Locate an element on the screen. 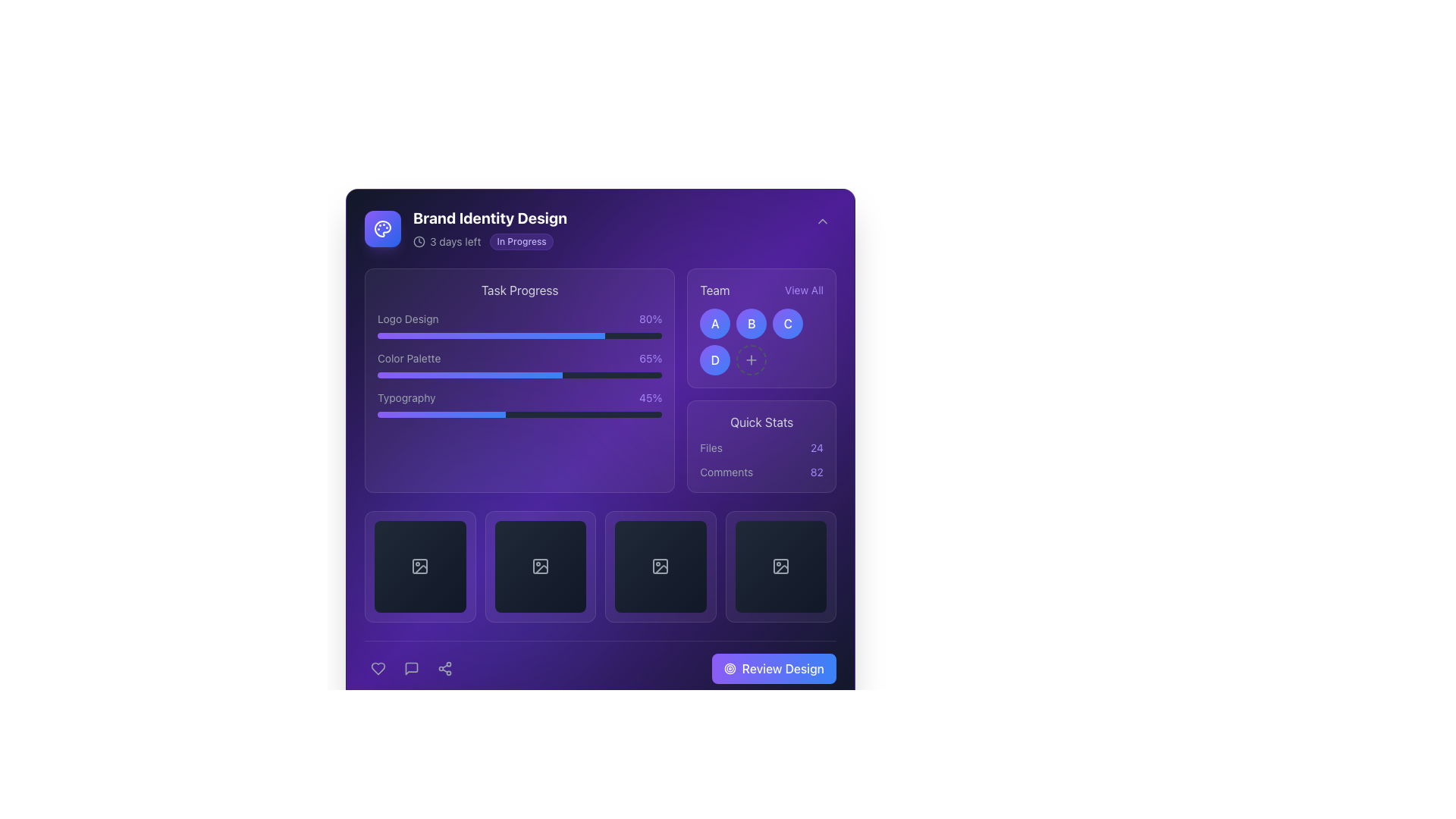 Image resolution: width=1456 pixels, height=819 pixels. the Image icon, which features a dark gradient background and a mountain scene icon is located at coordinates (540, 566).